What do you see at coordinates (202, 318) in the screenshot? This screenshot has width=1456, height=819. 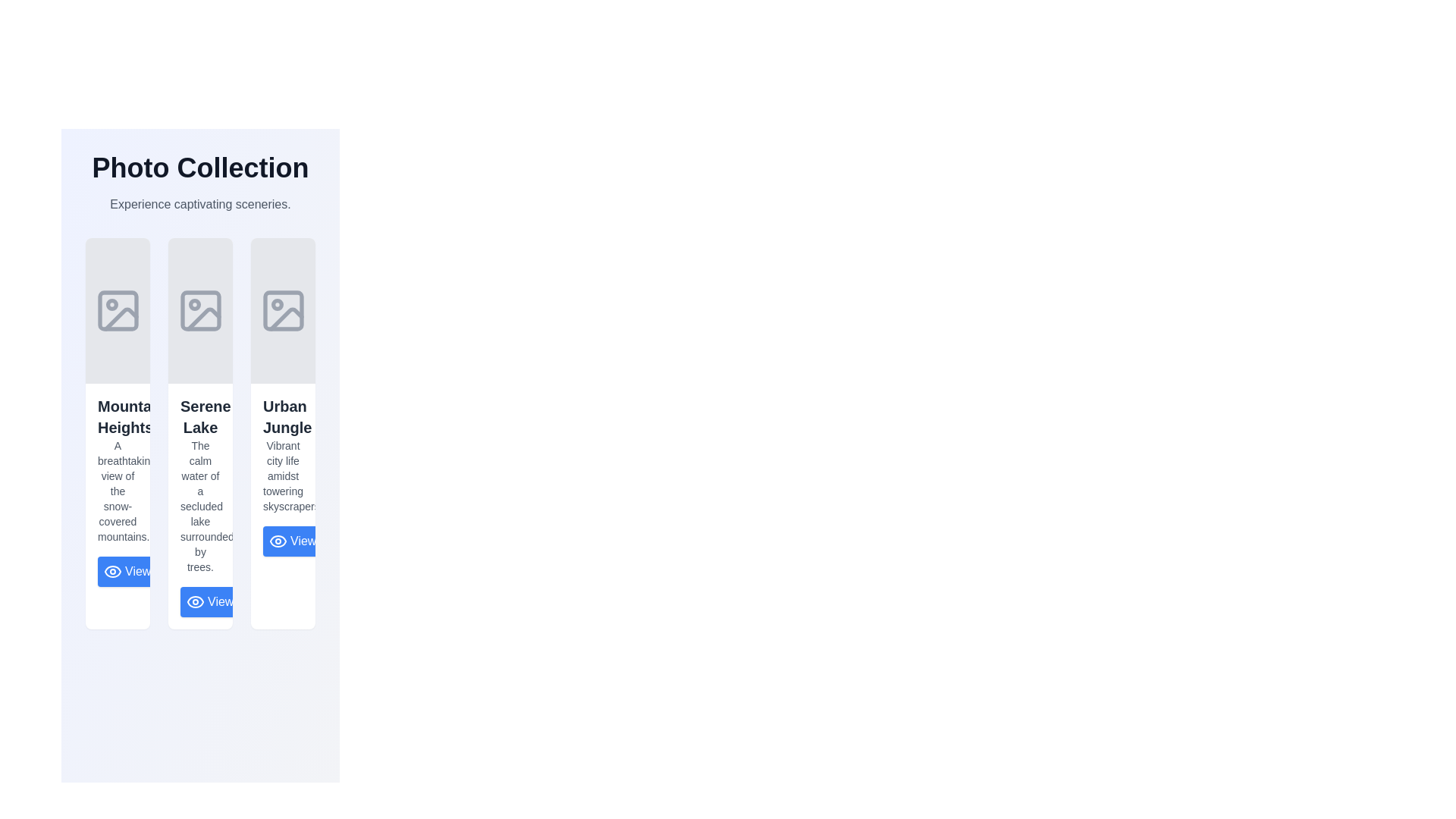 I see `the middle icon of a vertical triplet arrangement, which is a non-interactive Graphical Icon located above the text labeled 'Serene Lake'` at bounding box center [202, 318].